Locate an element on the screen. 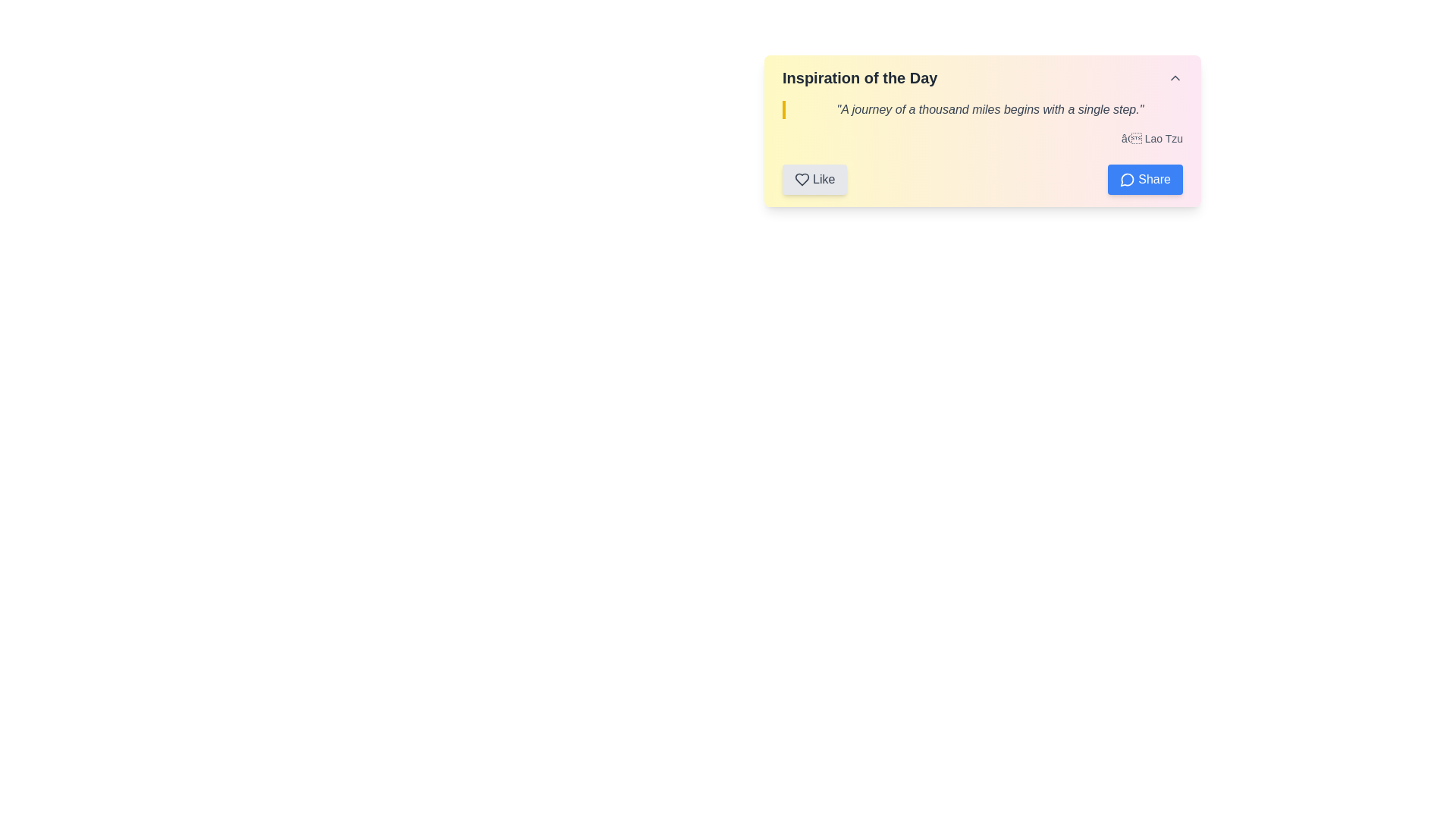  the speech bubble icon within the 'Share' button located at the bottom-right corner of the card element is located at coordinates (1128, 178).